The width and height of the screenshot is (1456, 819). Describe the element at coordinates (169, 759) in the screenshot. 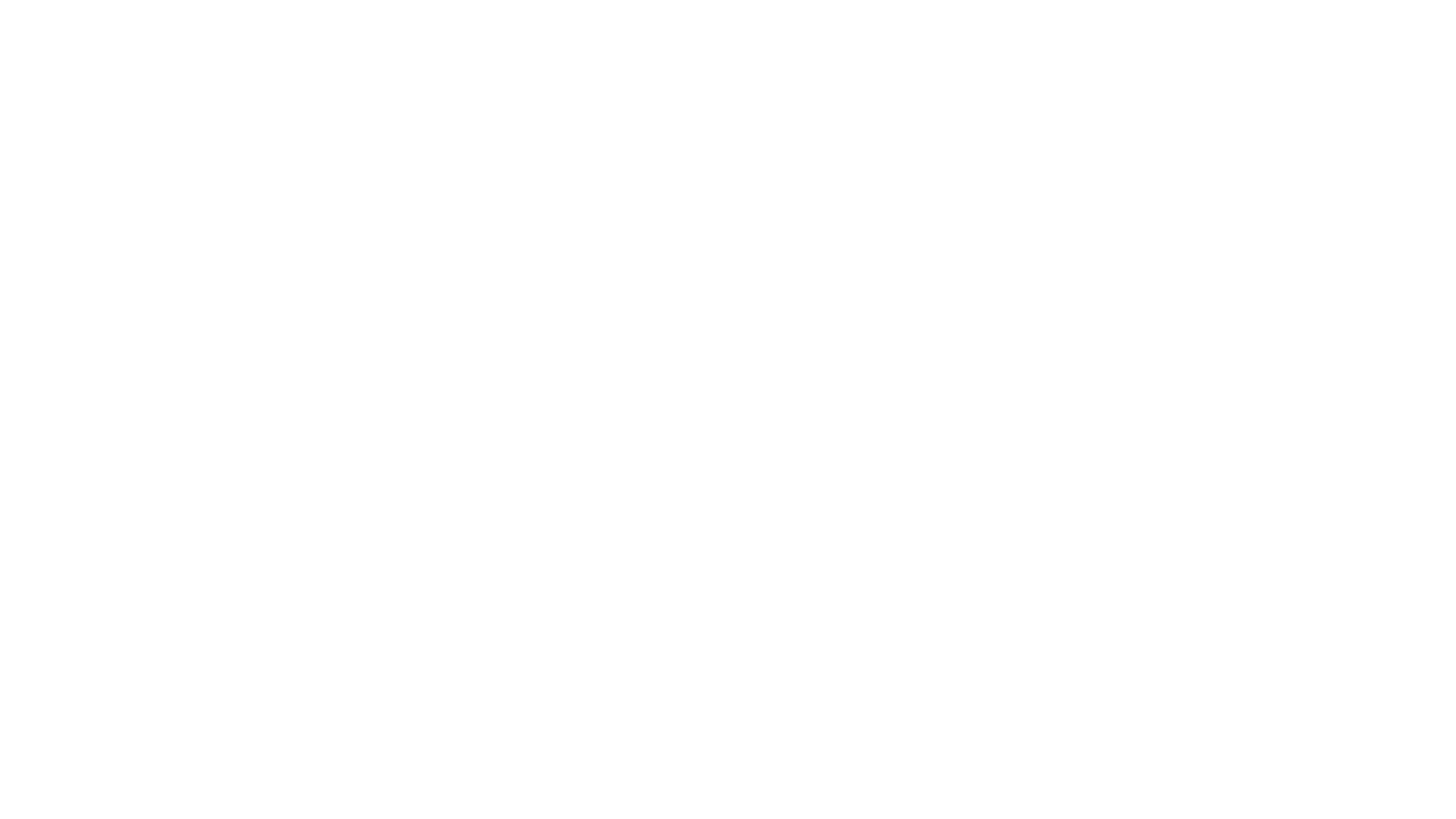

I see `Expand Law` at that location.